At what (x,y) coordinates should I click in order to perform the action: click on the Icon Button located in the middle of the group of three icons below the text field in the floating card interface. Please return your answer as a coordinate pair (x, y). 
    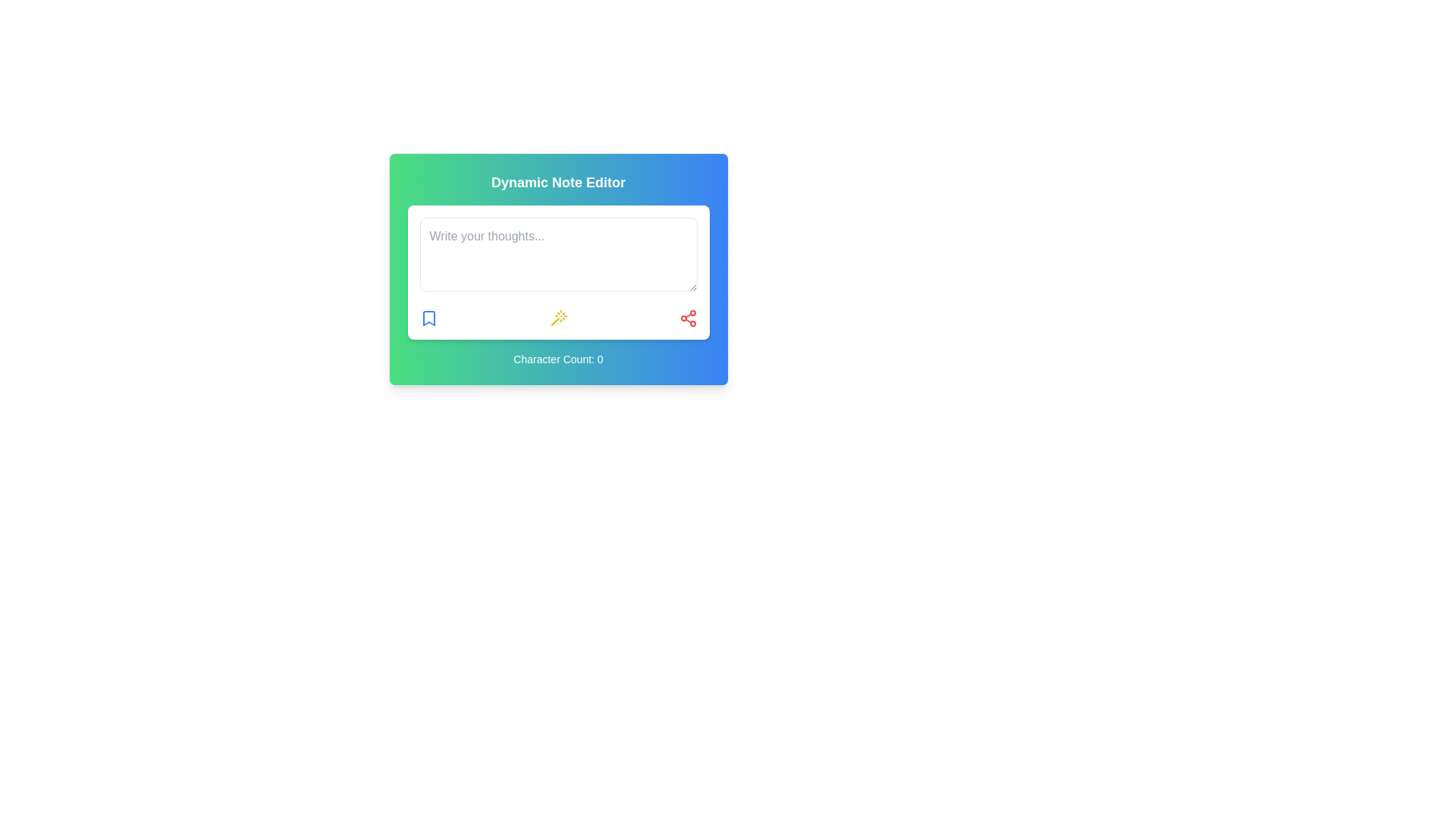
    Looking at the image, I should click on (557, 318).